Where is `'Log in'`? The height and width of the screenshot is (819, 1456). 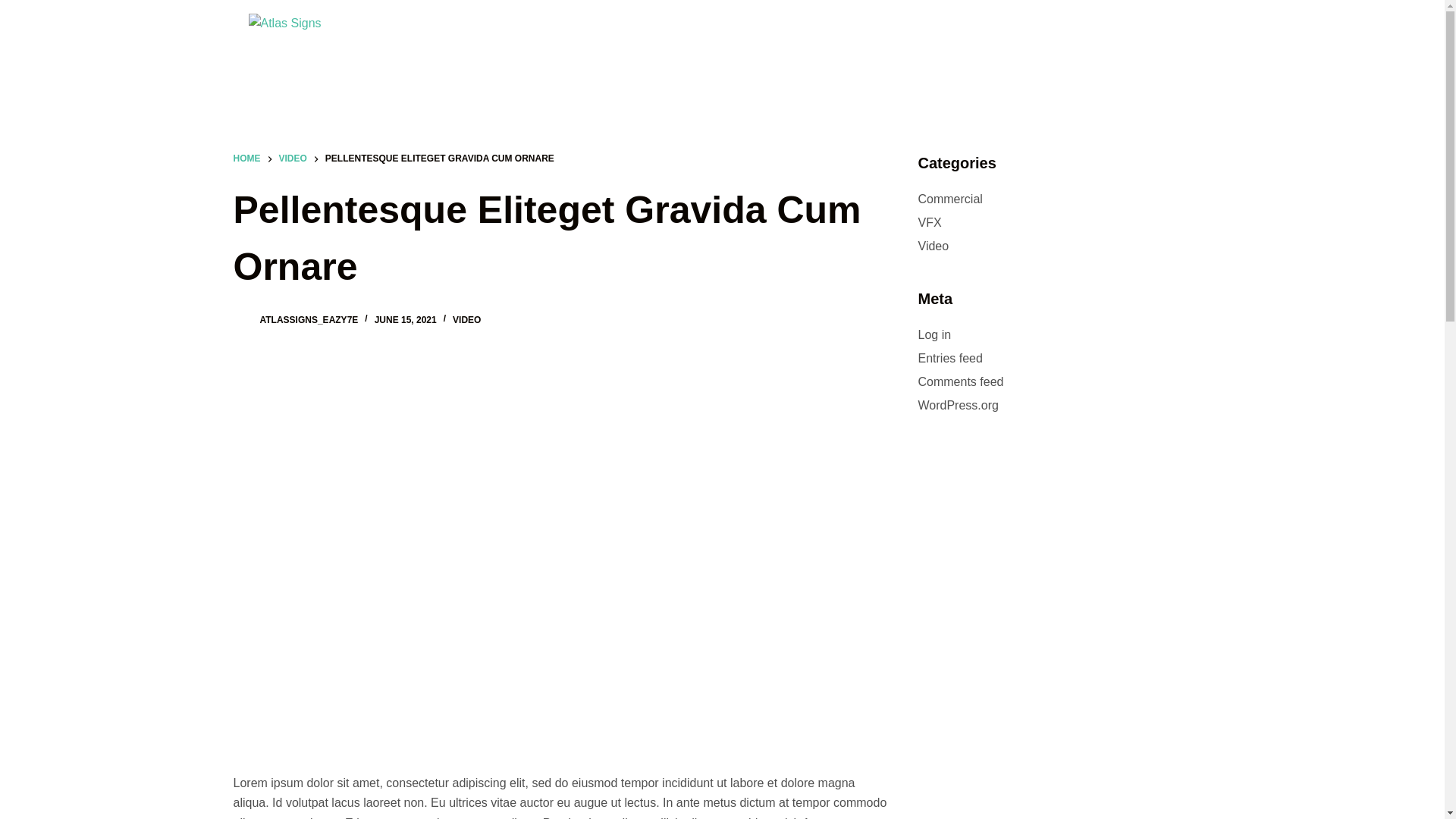 'Log in' is located at coordinates (934, 334).